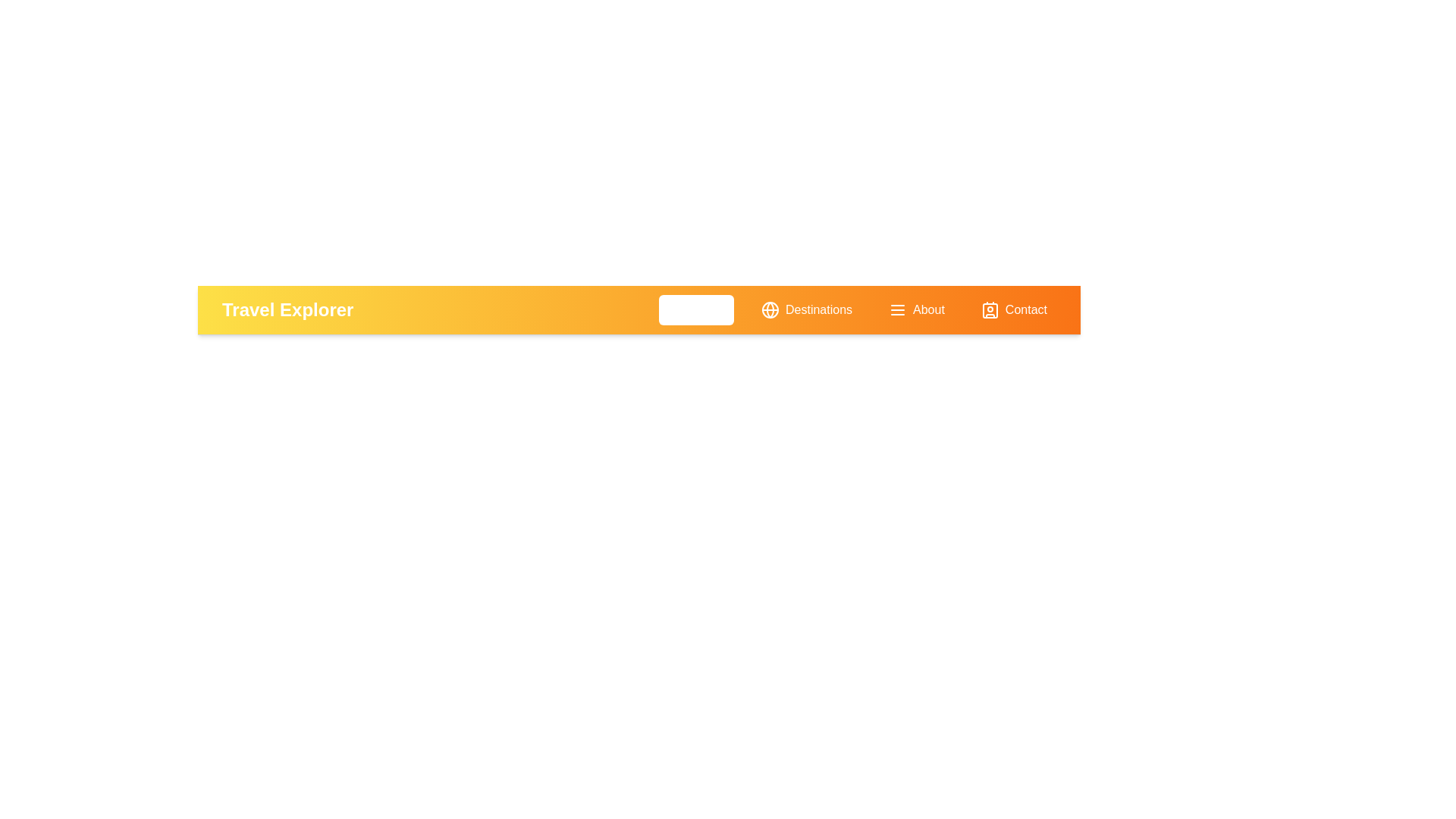 The height and width of the screenshot is (819, 1456). What do you see at coordinates (1014, 309) in the screenshot?
I see `the contact button located in the top-right section of the navigation menu, positioned to the right of the 'About' button and left of the interface's margin` at bounding box center [1014, 309].